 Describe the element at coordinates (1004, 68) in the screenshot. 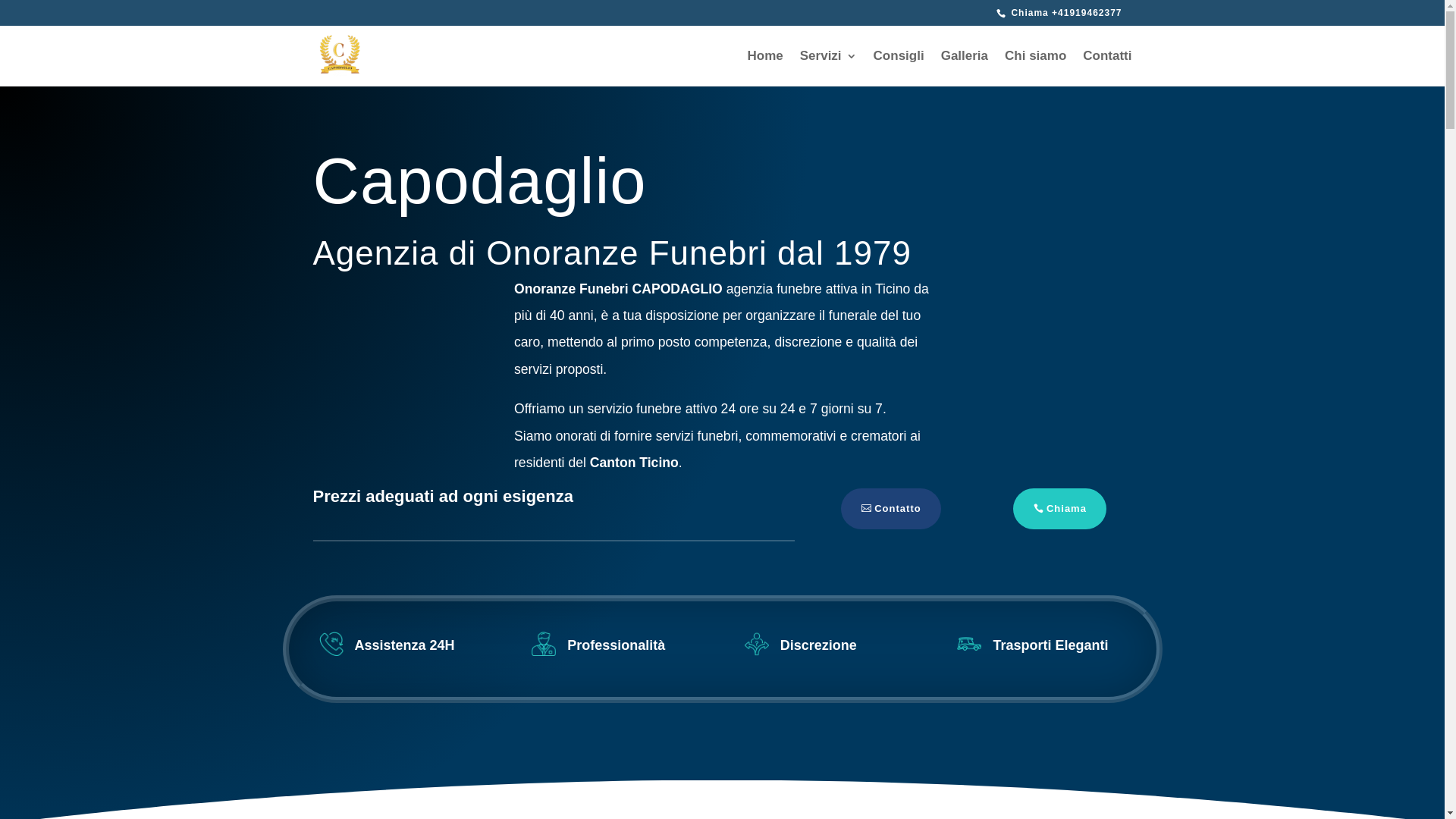

I see `'Chi siamo'` at that location.